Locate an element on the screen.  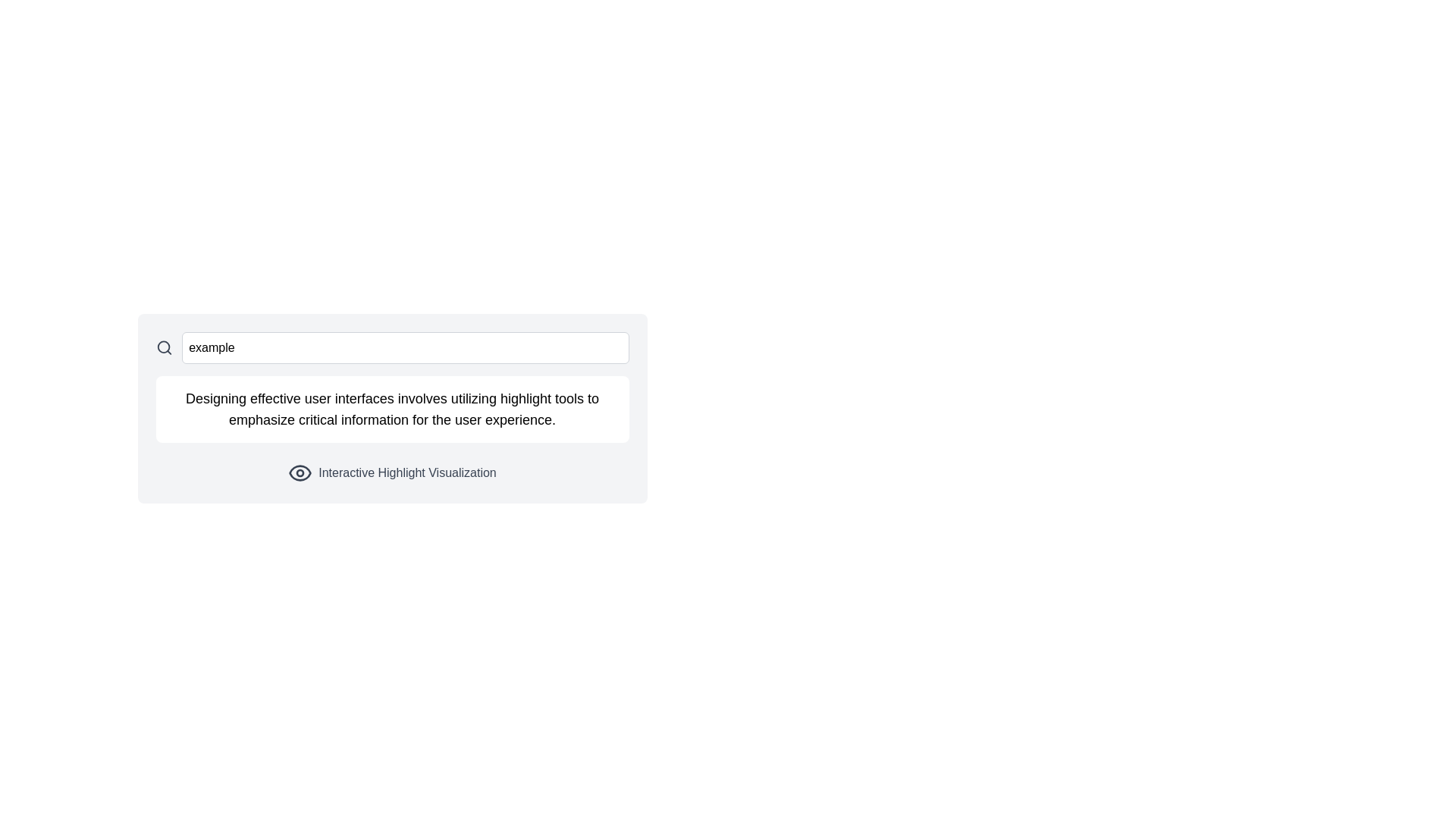
the magnifying glass icon located on the leftmost side of the search bar is located at coordinates (164, 348).